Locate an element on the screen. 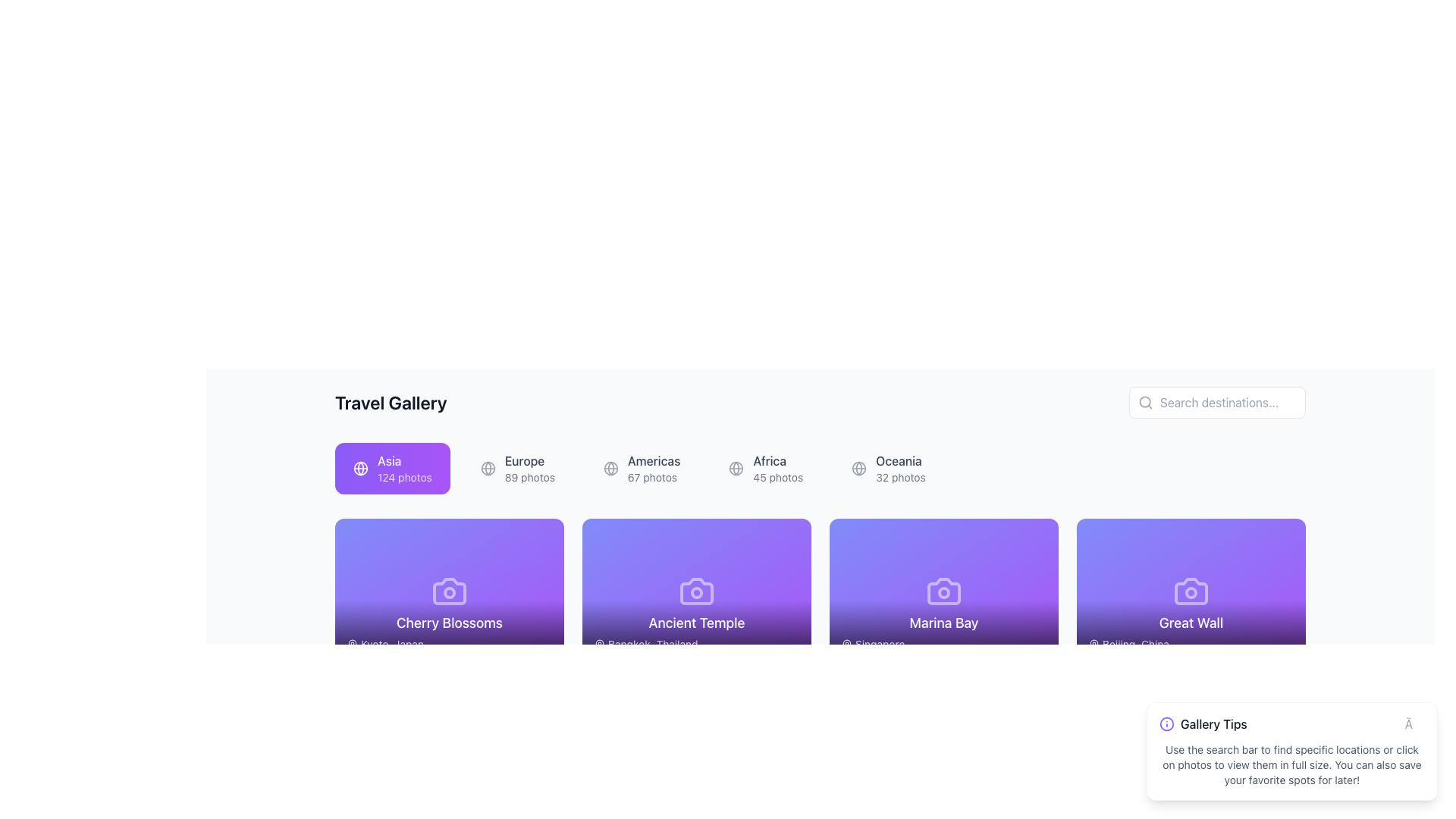 Image resolution: width=1456 pixels, height=819 pixels. the text label displaying 'Singapore' located at the bottom-left of the 'Marina Bay' card, which is part of a horizontal list of destination cards is located at coordinates (880, 644).